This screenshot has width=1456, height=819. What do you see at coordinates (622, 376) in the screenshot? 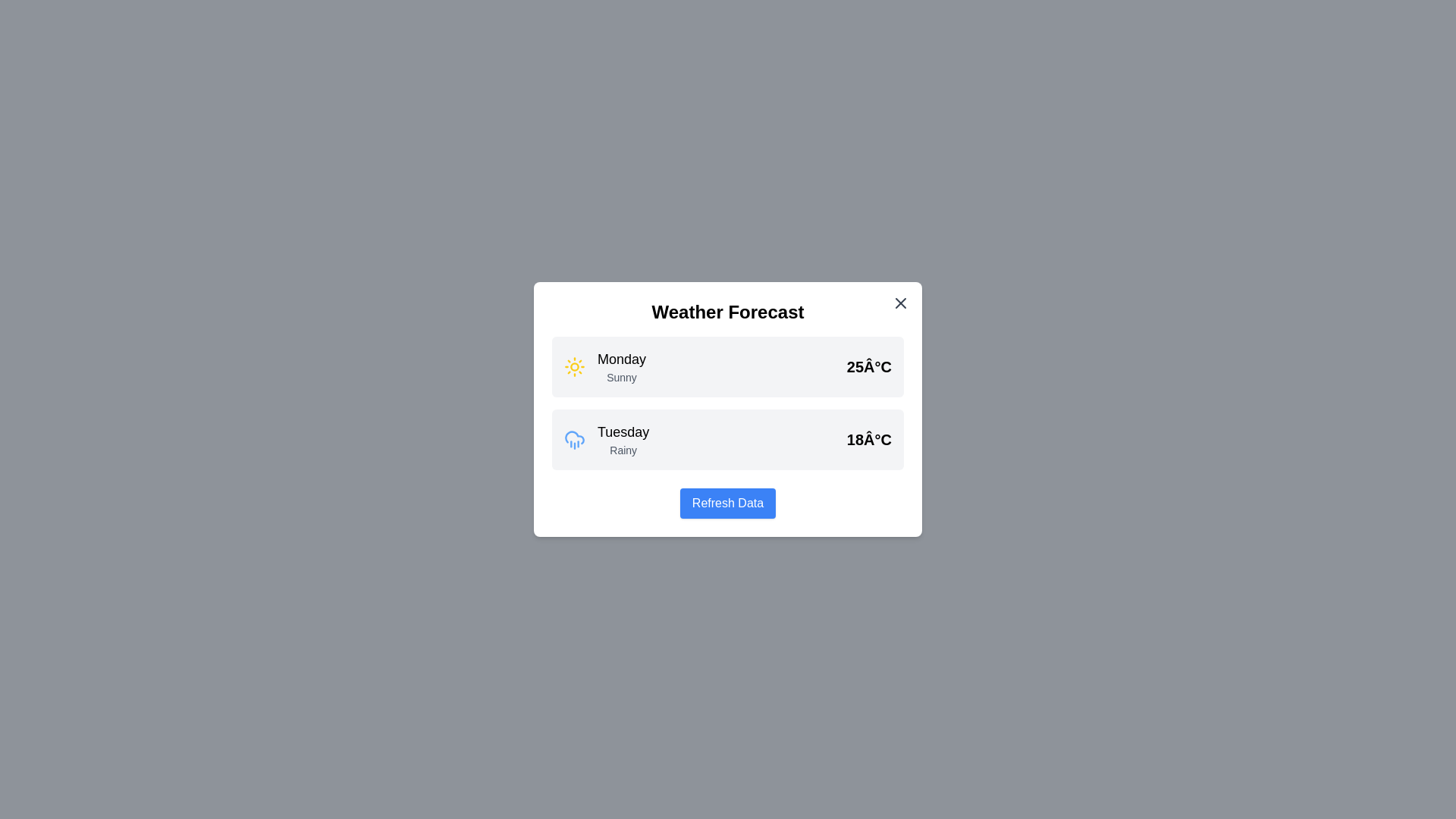
I see `the static text label providing weather conditions for Monday, located beneath the day name and beside the weather icon in the weather forecast card` at bounding box center [622, 376].